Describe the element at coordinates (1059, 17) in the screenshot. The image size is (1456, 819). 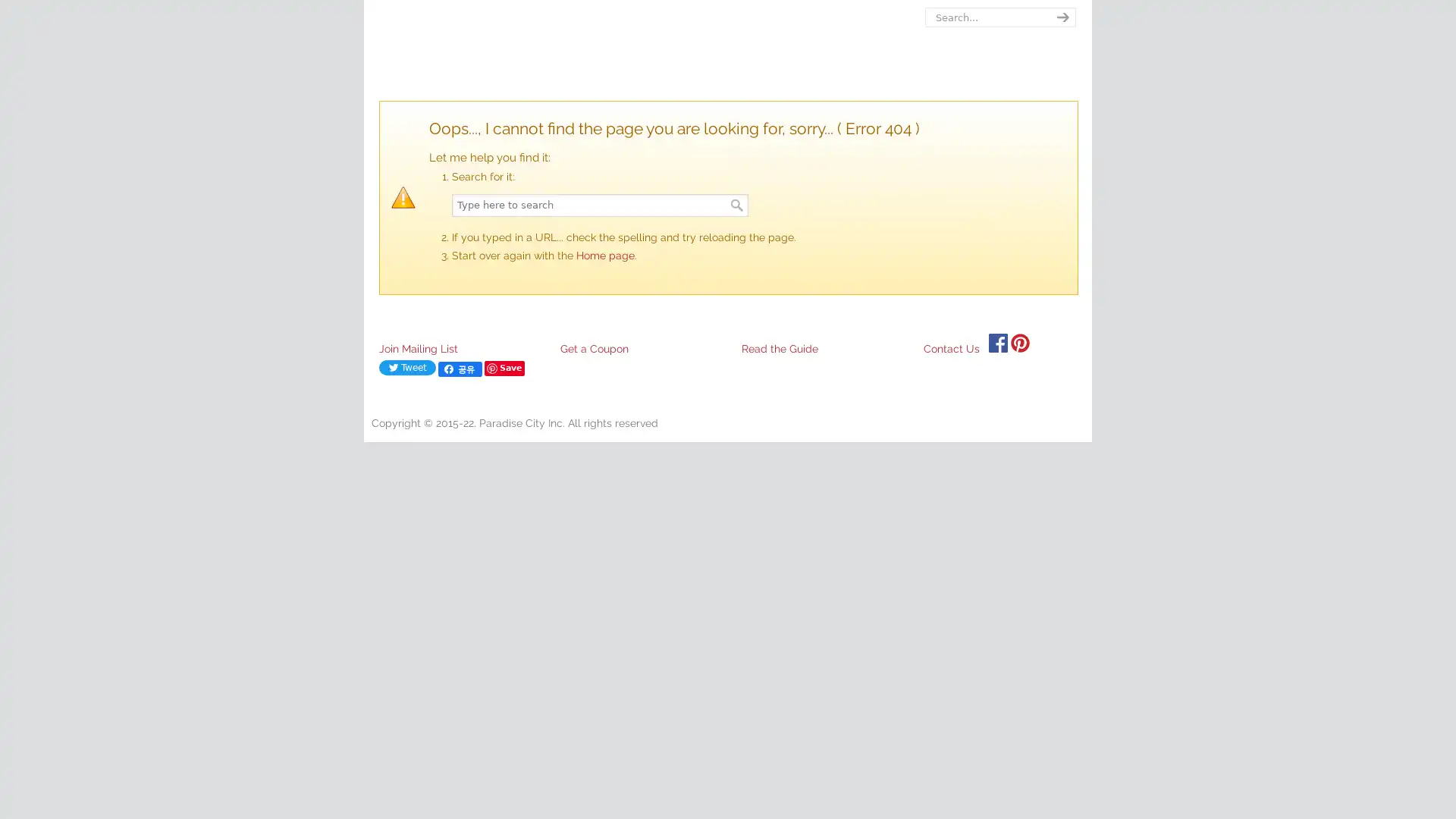
I see `search` at that location.